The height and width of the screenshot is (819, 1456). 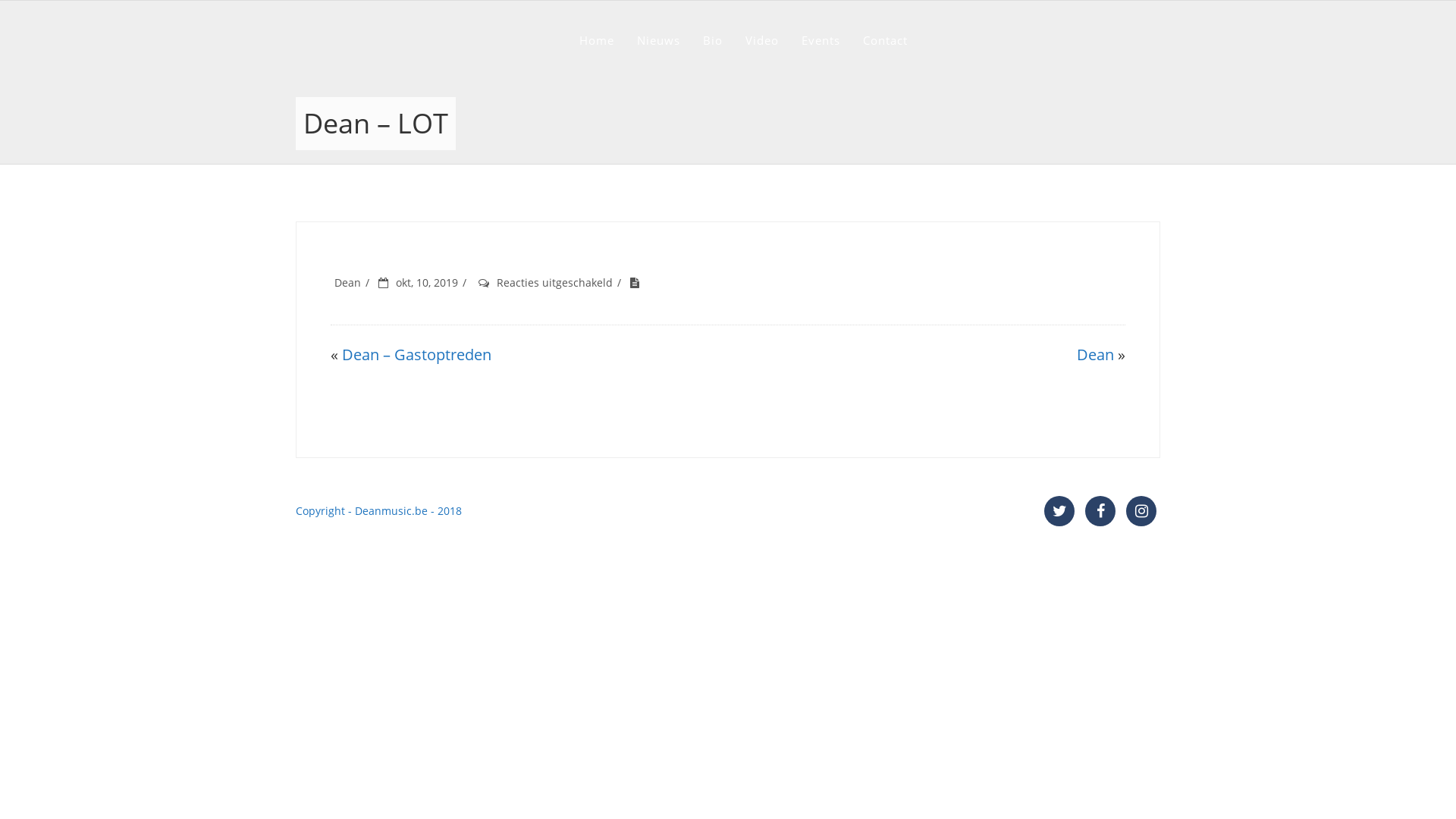 What do you see at coordinates (711, 39) in the screenshot?
I see `'Bio'` at bounding box center [711, 39].